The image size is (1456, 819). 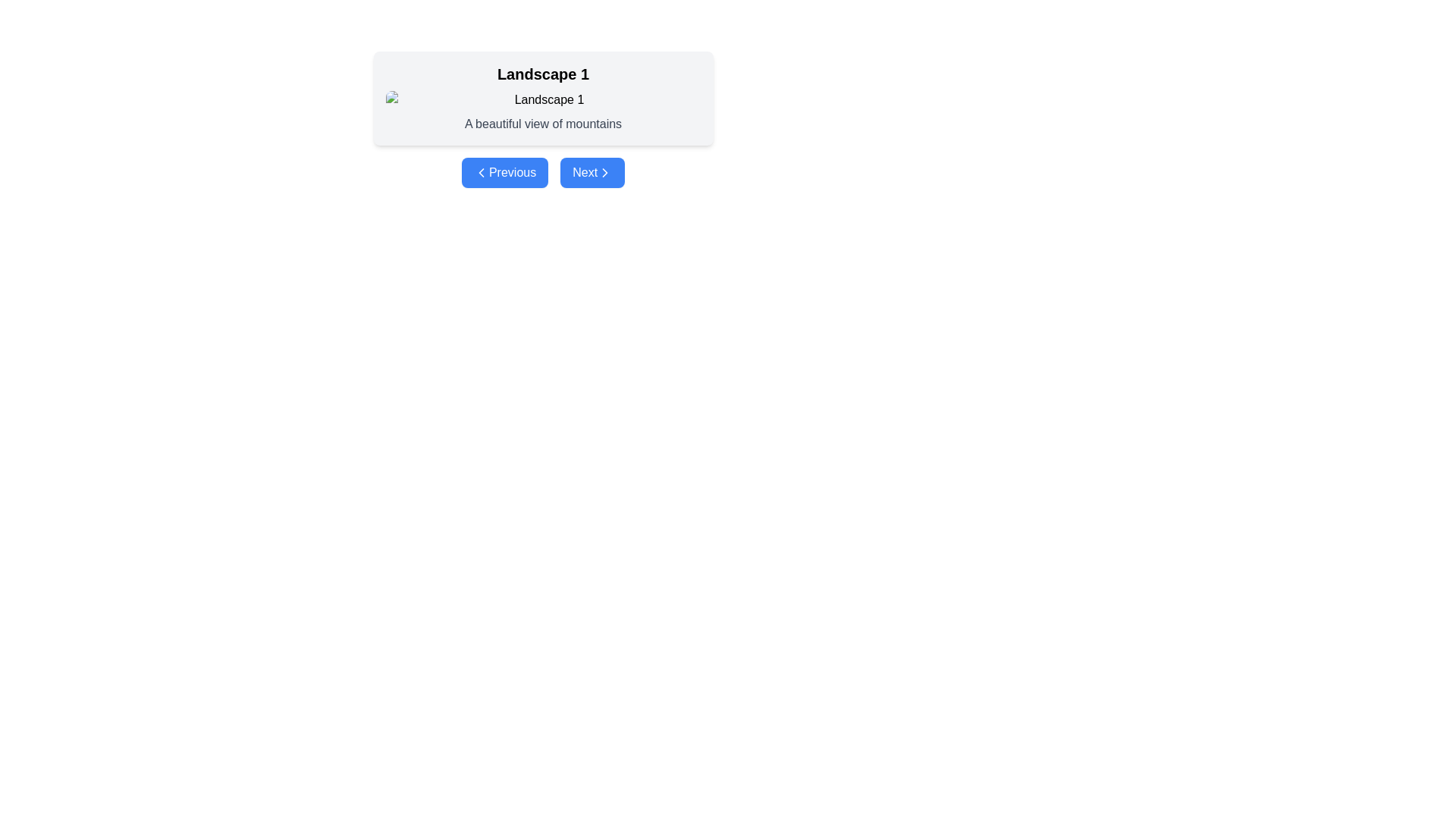 What do you see at coordinates (543, 124) in the screenshot?
I see `the text label that displays the phrase 'A beautiful view of mountains', which is styled in gray sans-serif font and is located within a card beneath the image placeholder and the title 'Landscape 1'` at bounding box center [543, 124].